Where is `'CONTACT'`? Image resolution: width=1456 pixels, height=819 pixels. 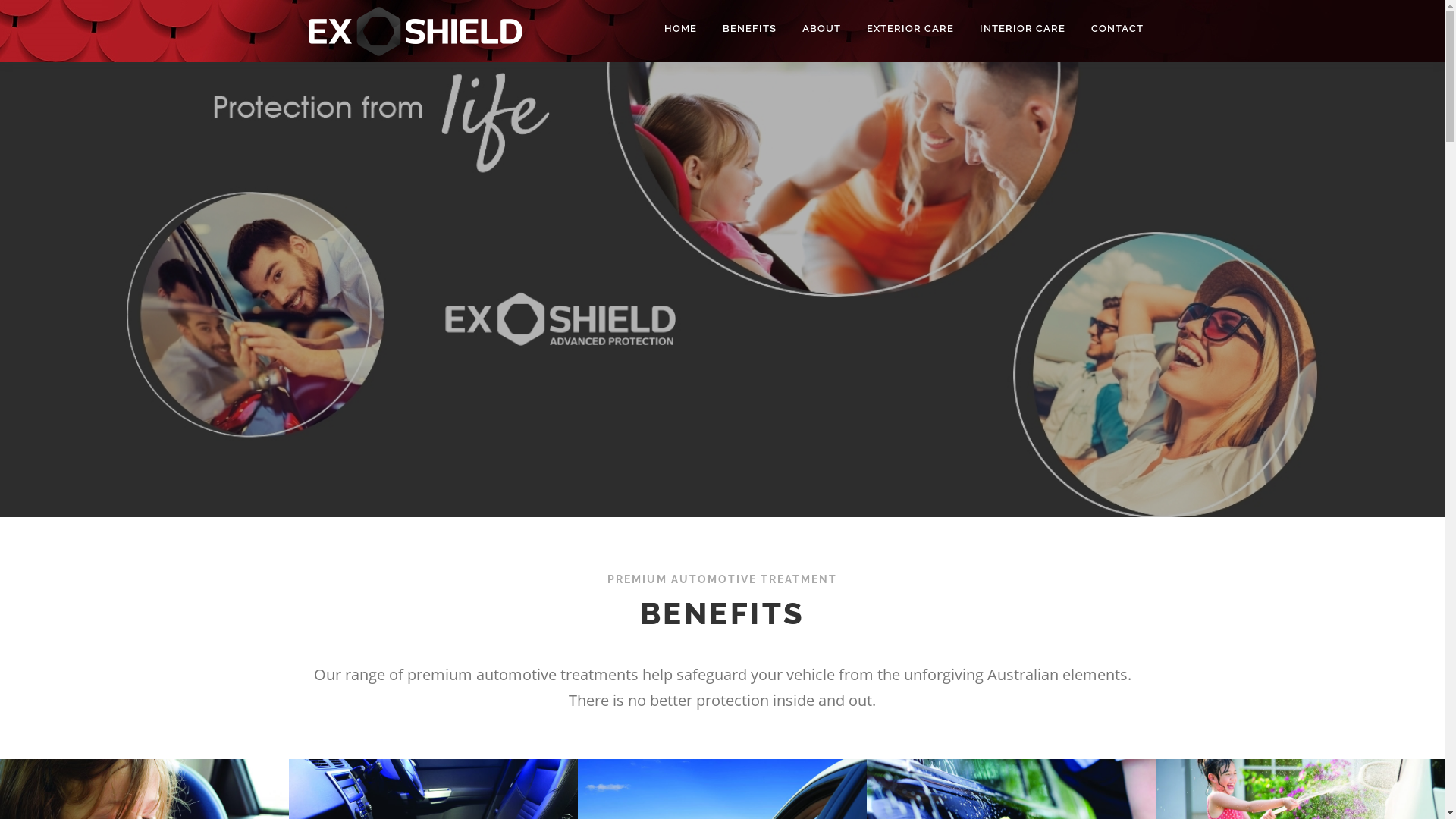 'CONTACT' is located at coordinates (1110, 28).